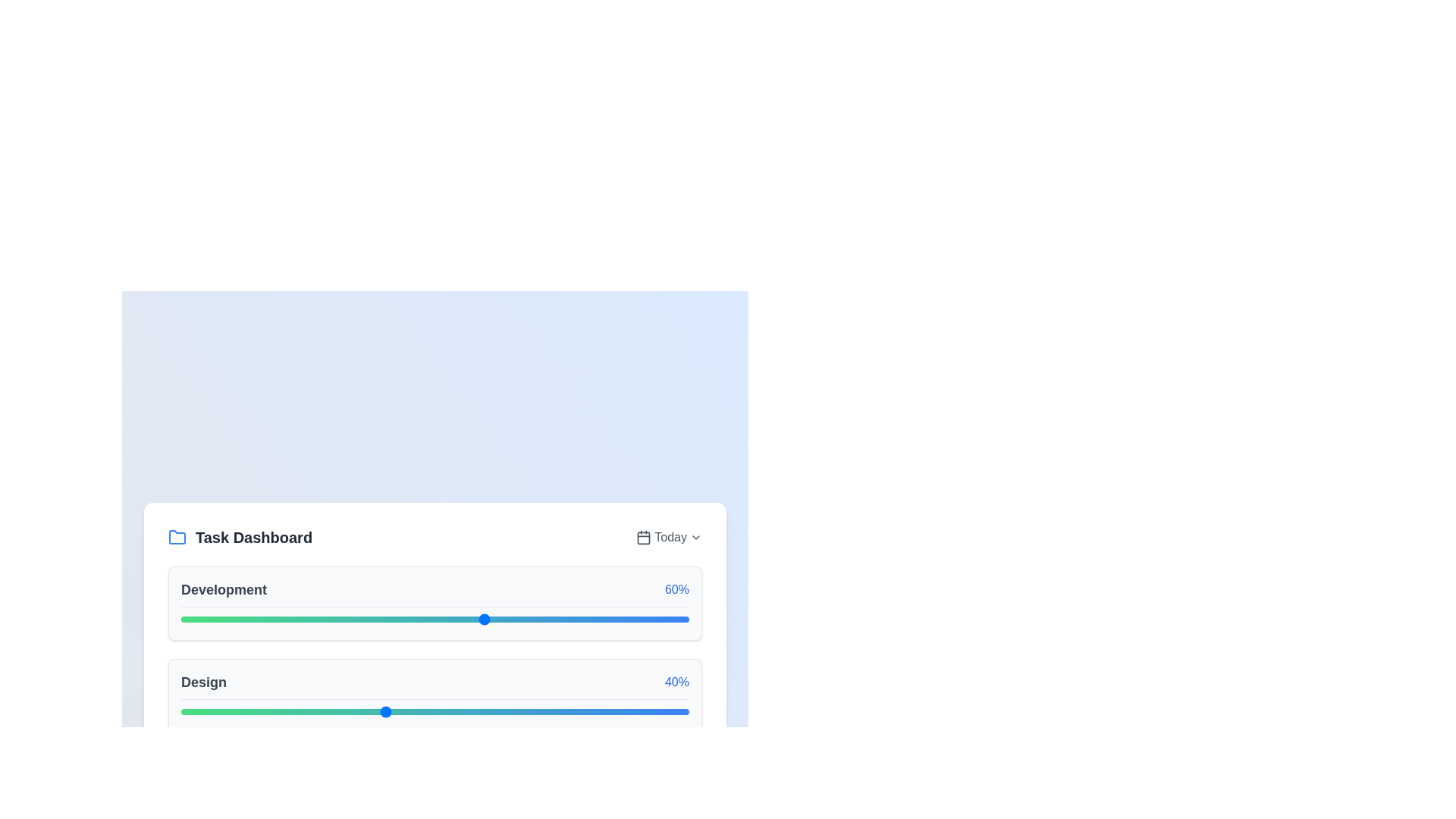 This screenshot has width=1456, height=819. I want to click on the progress of the 'Design' slider, so click(337, 711).